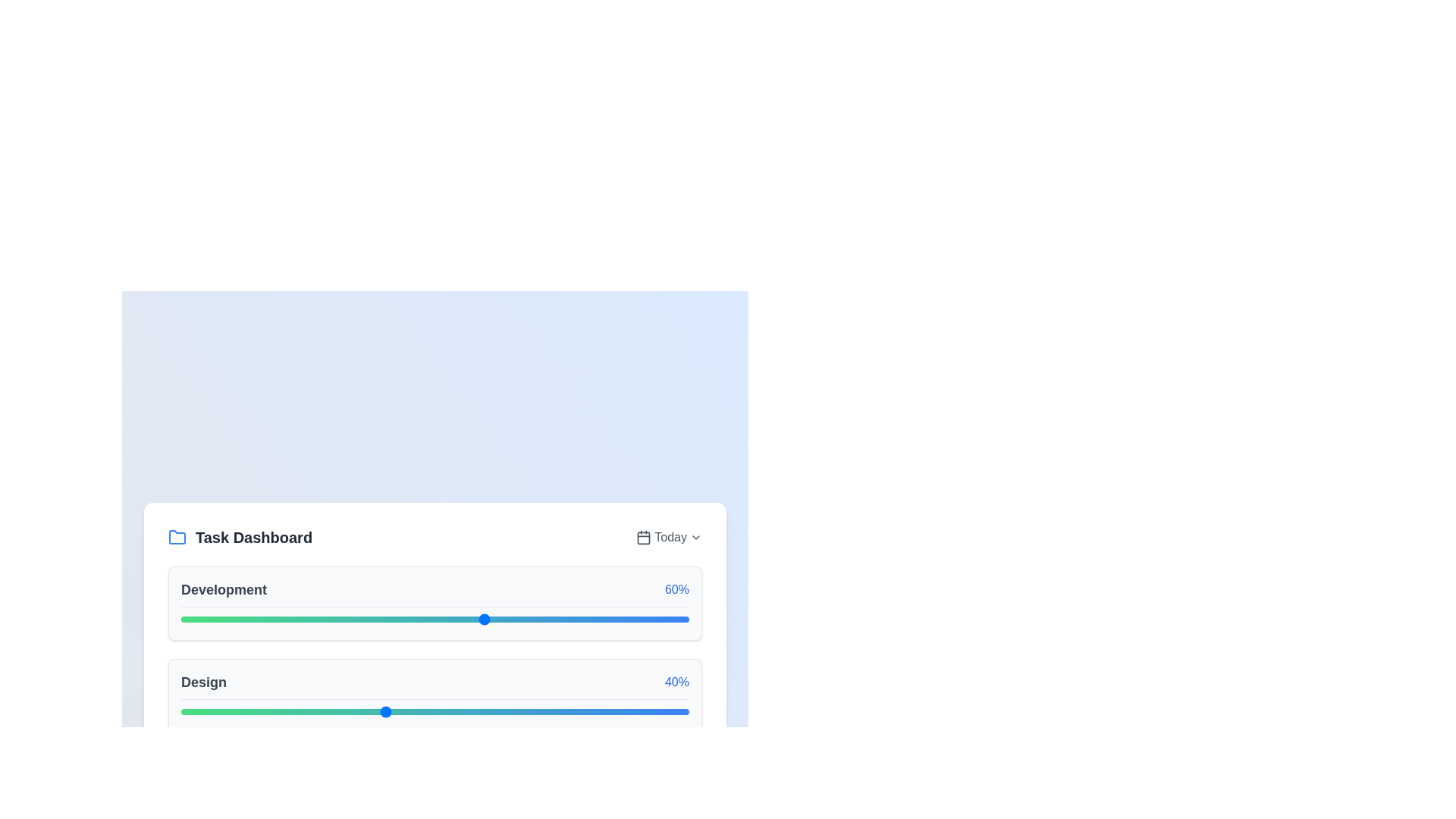 This screenshot has width=1456, height=819. I want to click on the progress of the 'Design' slider, so click(337, 711).